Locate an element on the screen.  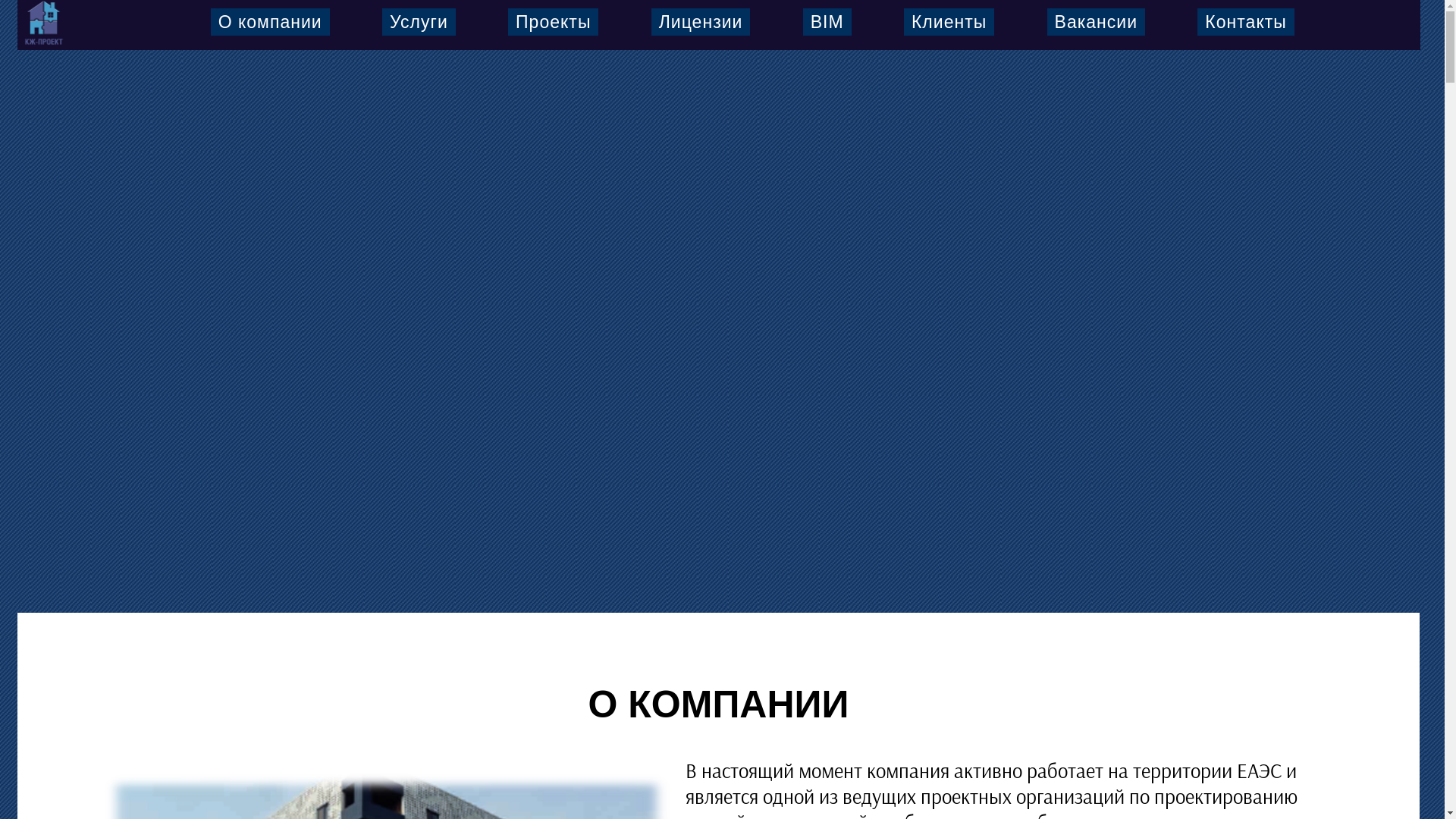
'BIM' is located at coordinates (826, 22).